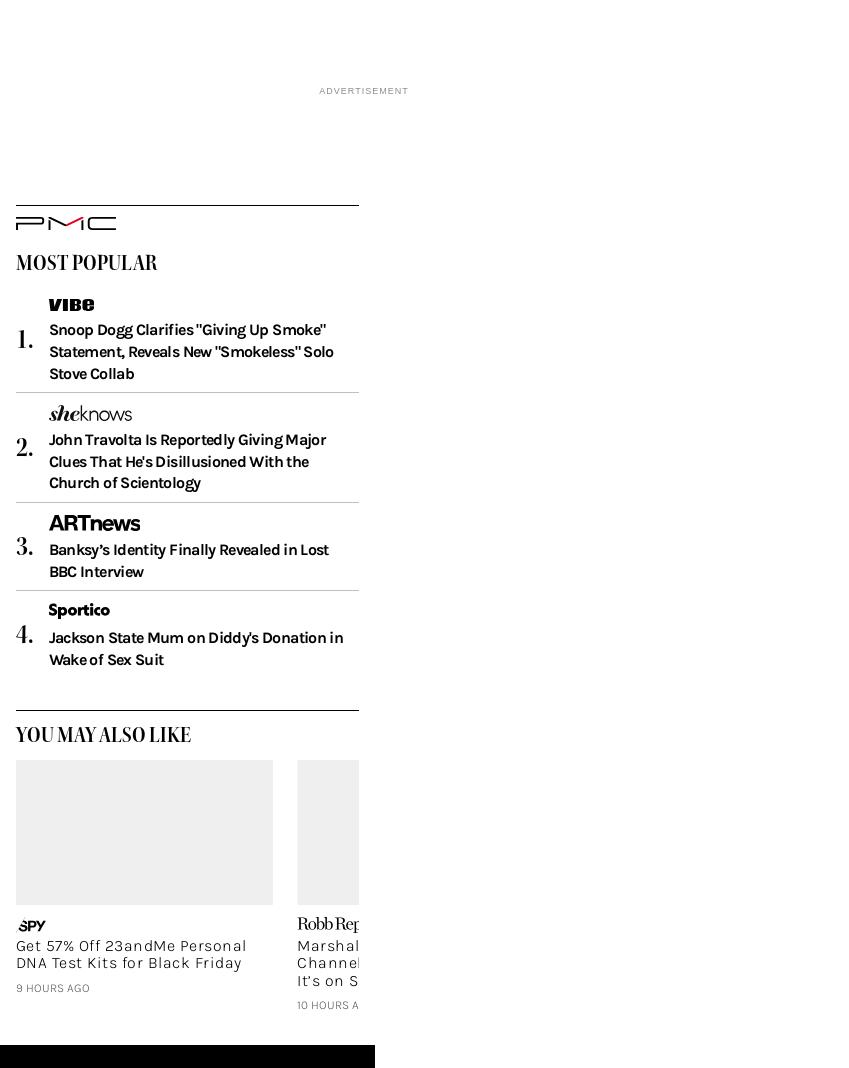  Describe the element at coordinates (576, 990) in the screenshot. I see `'Teyana Taylor Breaks Silence, Addresses Divorce Rumors For “First And Last Time”'` at that location.